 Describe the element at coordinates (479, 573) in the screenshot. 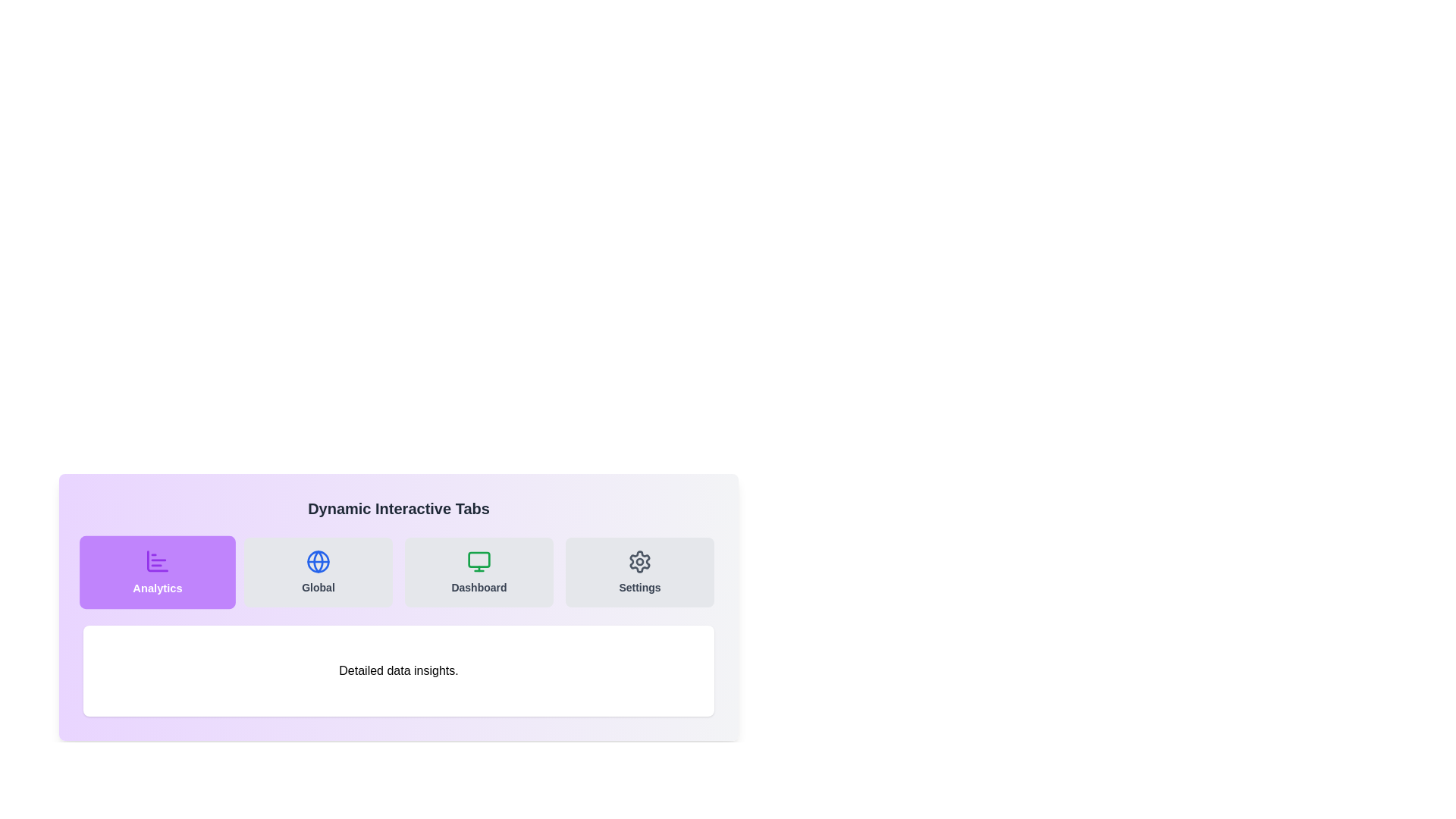

I see `the 'Dashboard' button, which is a rectangular card with rounded corners, featuring a green monitor icon above the text 'Dashboard'. It is the third card in a grid layout, positioned between the 'Global' and 'Settings' cards` at that location.